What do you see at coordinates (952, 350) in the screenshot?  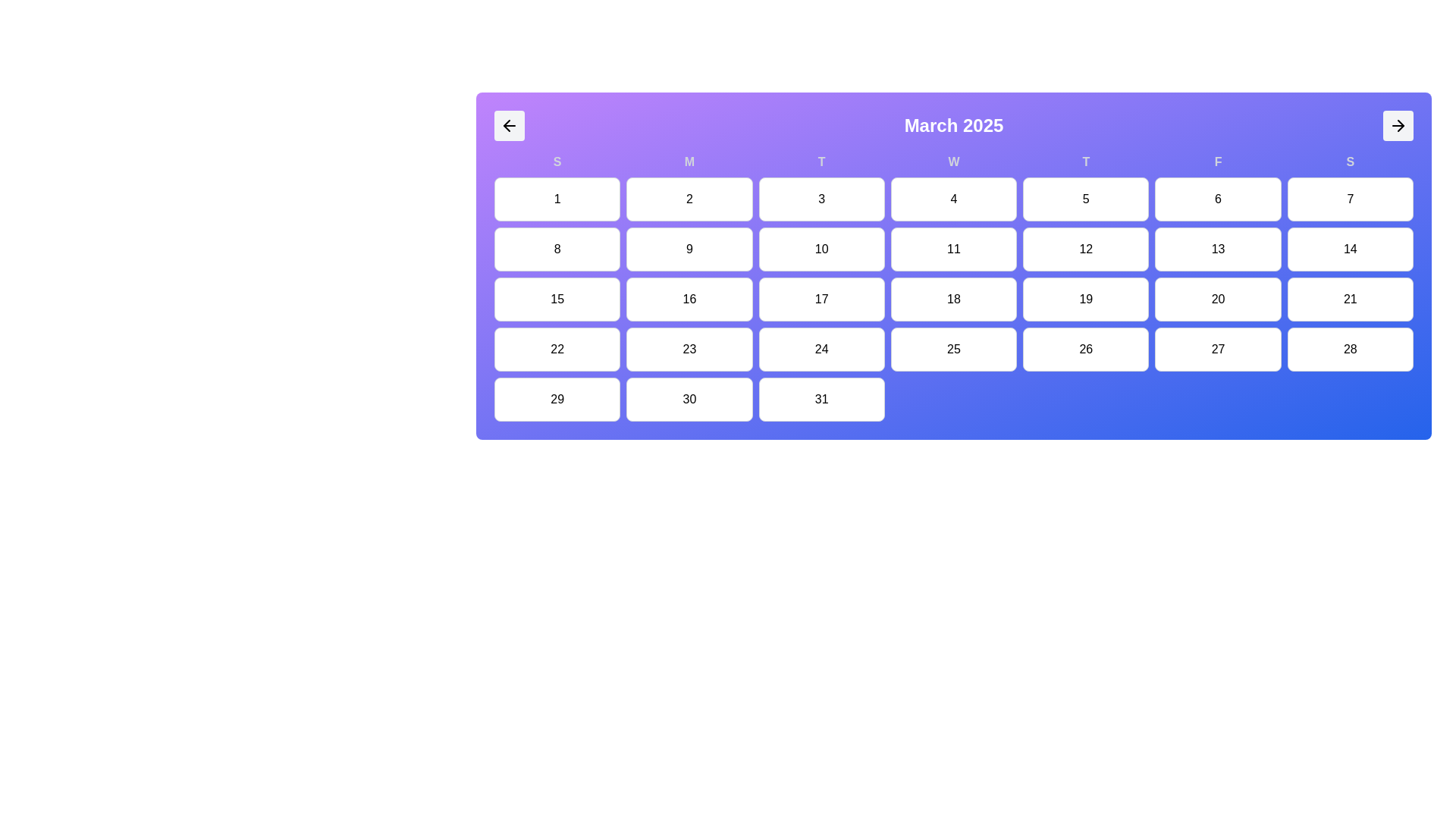 I see `the button representing the 25th day of the month in the calendar grid layout, which has a white background, gray border, and contains the number '25' in bold black text` at bounding box center [952, 350].